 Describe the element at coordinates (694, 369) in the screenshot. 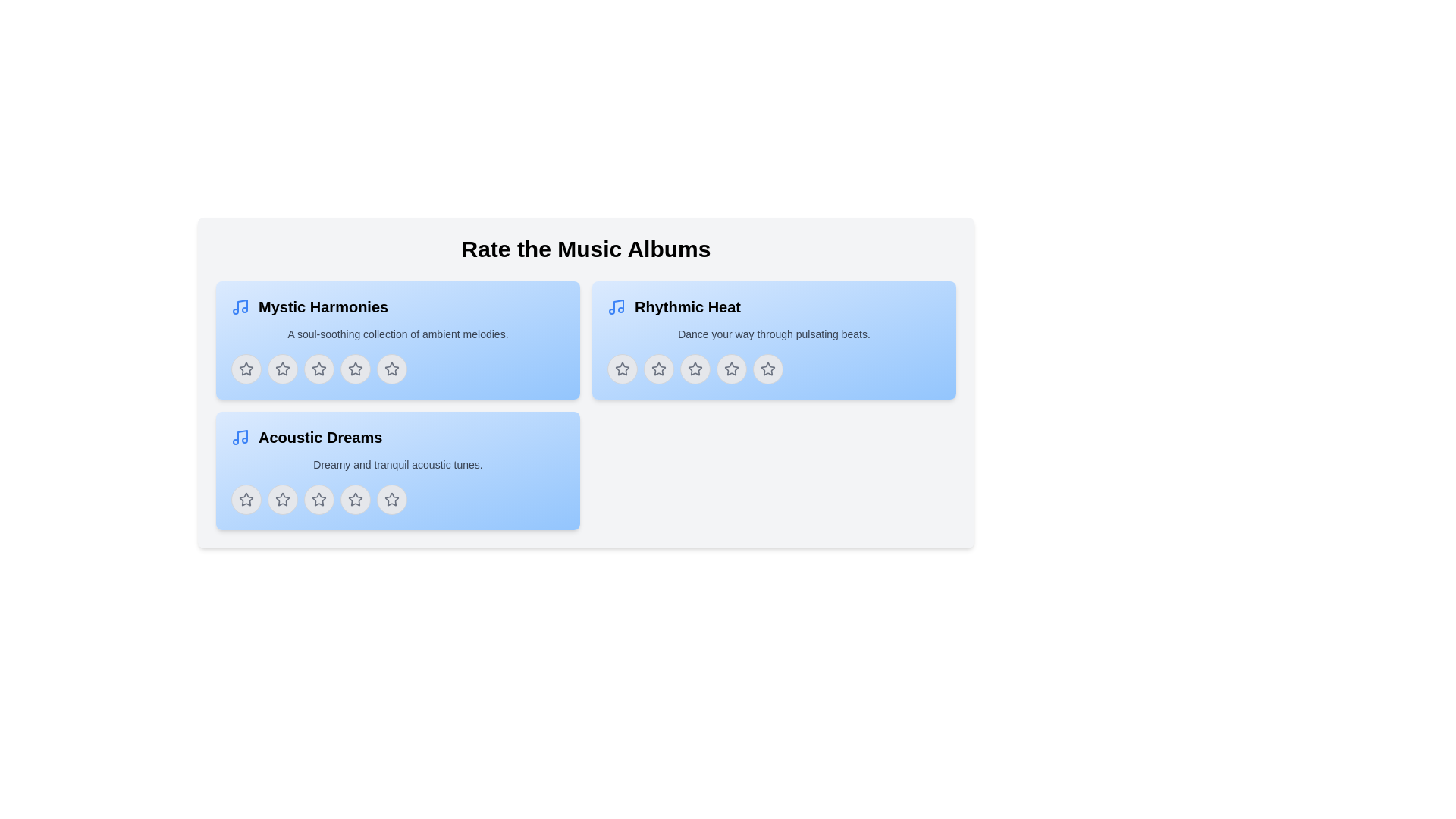

I see `the second star button in the rating row of the 'Rhythmic Heat' album` at that location.